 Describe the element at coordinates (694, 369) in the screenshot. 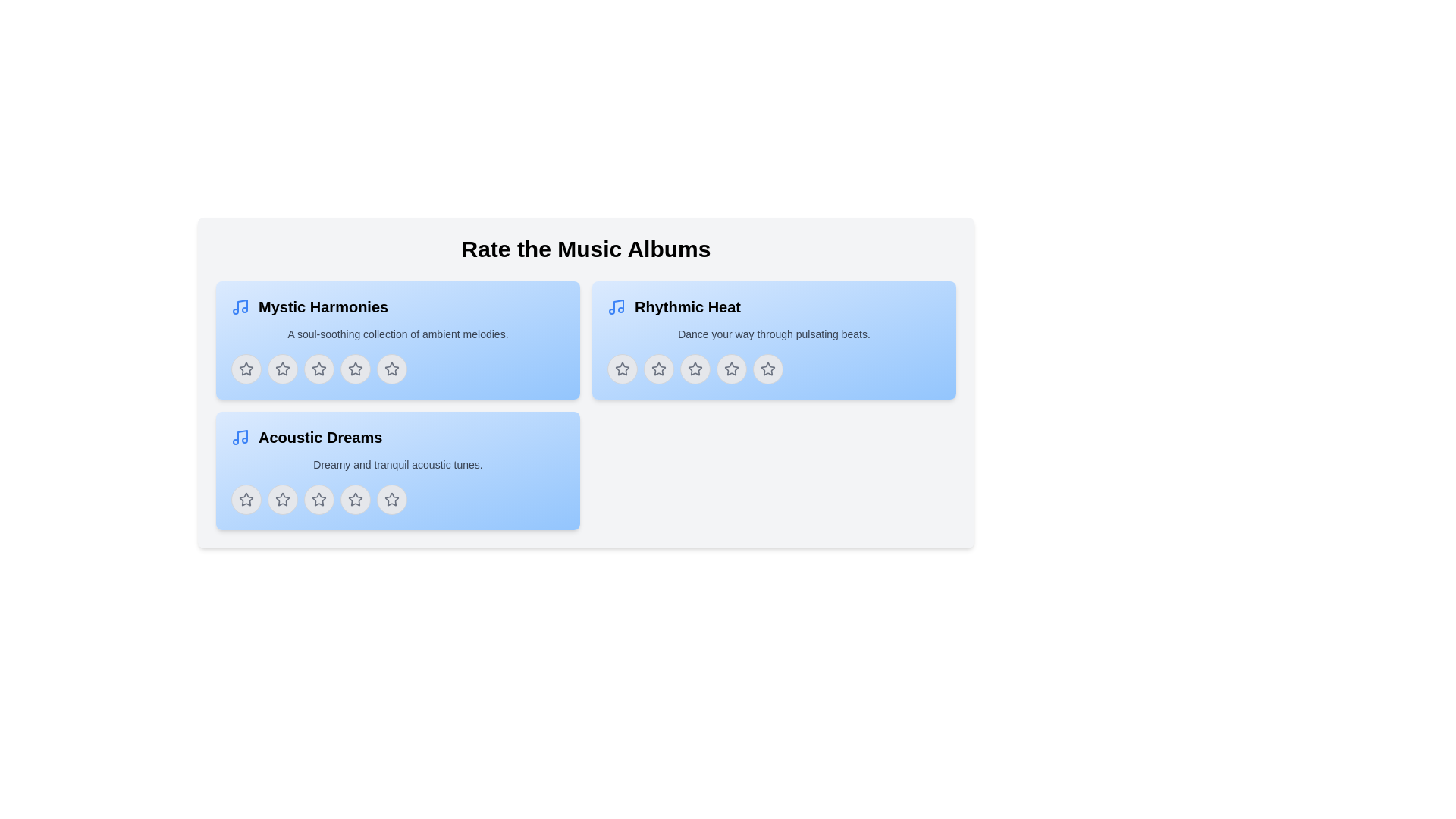

I see `the second star button in the rating row of the 'Rhythmic Heat' album` at that location.